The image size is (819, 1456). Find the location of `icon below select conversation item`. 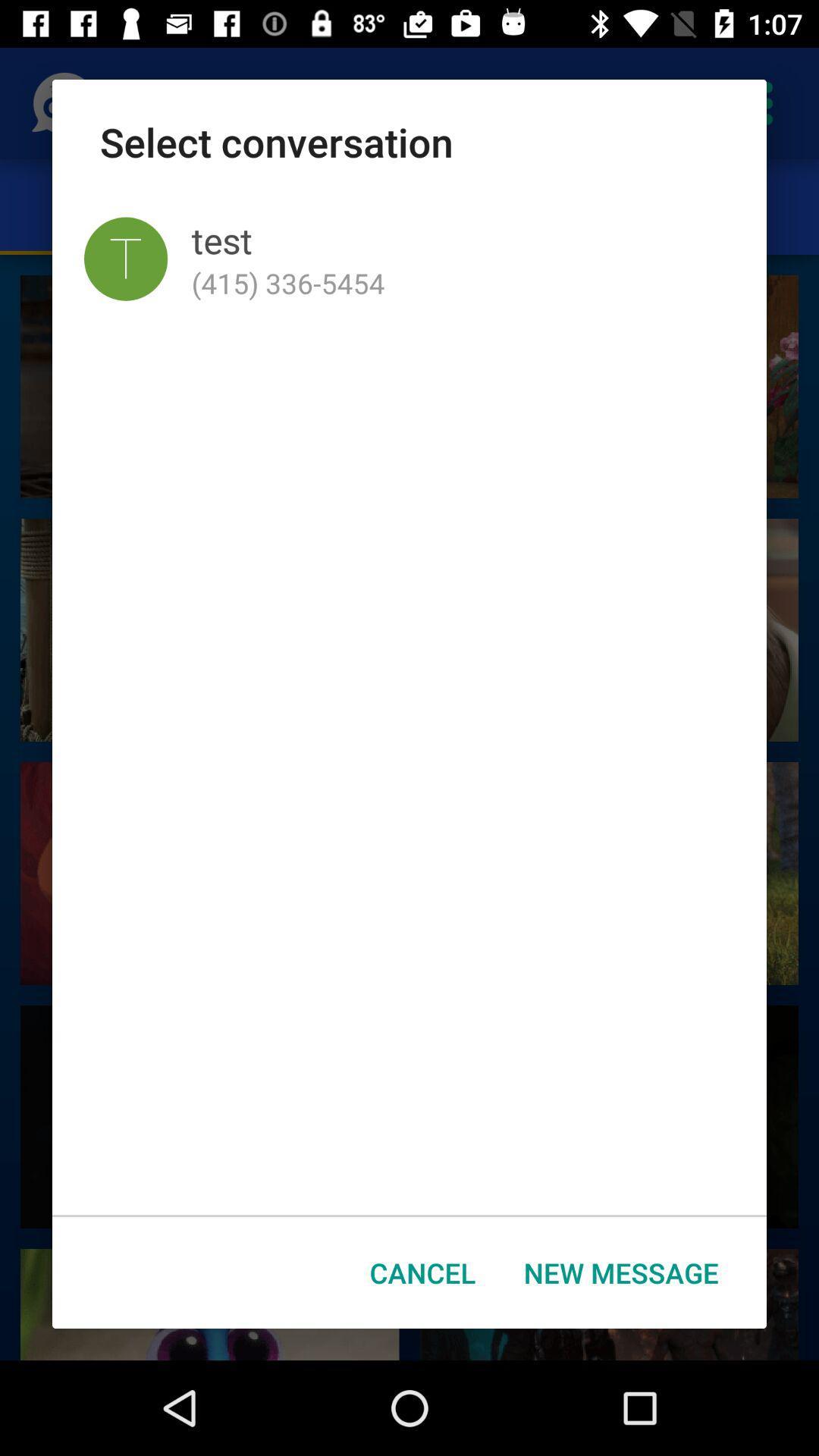

icon below select conversation item is located at coordinates (125, 259).